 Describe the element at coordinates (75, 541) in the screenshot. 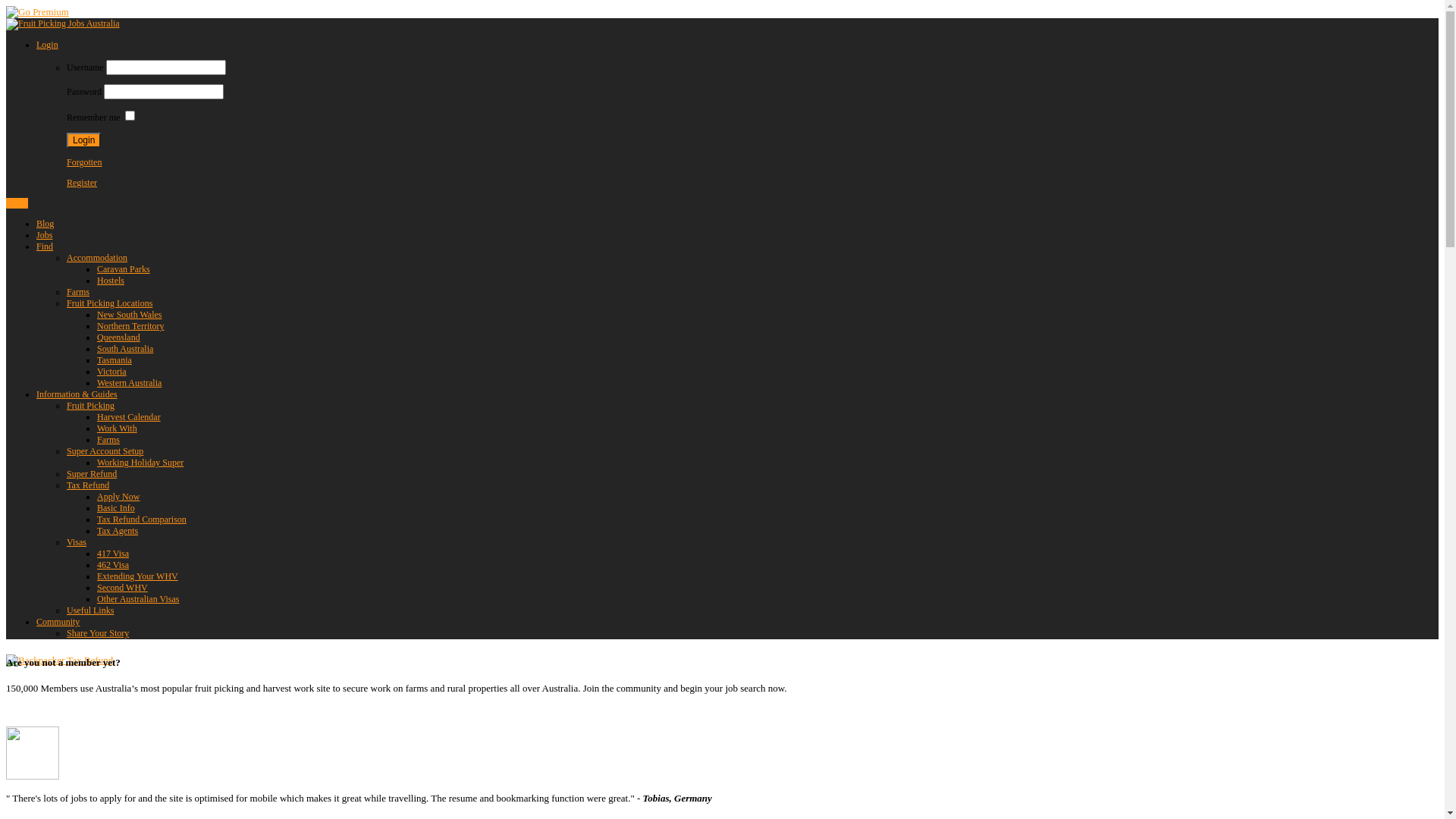

I see `'Visas'` at that location.